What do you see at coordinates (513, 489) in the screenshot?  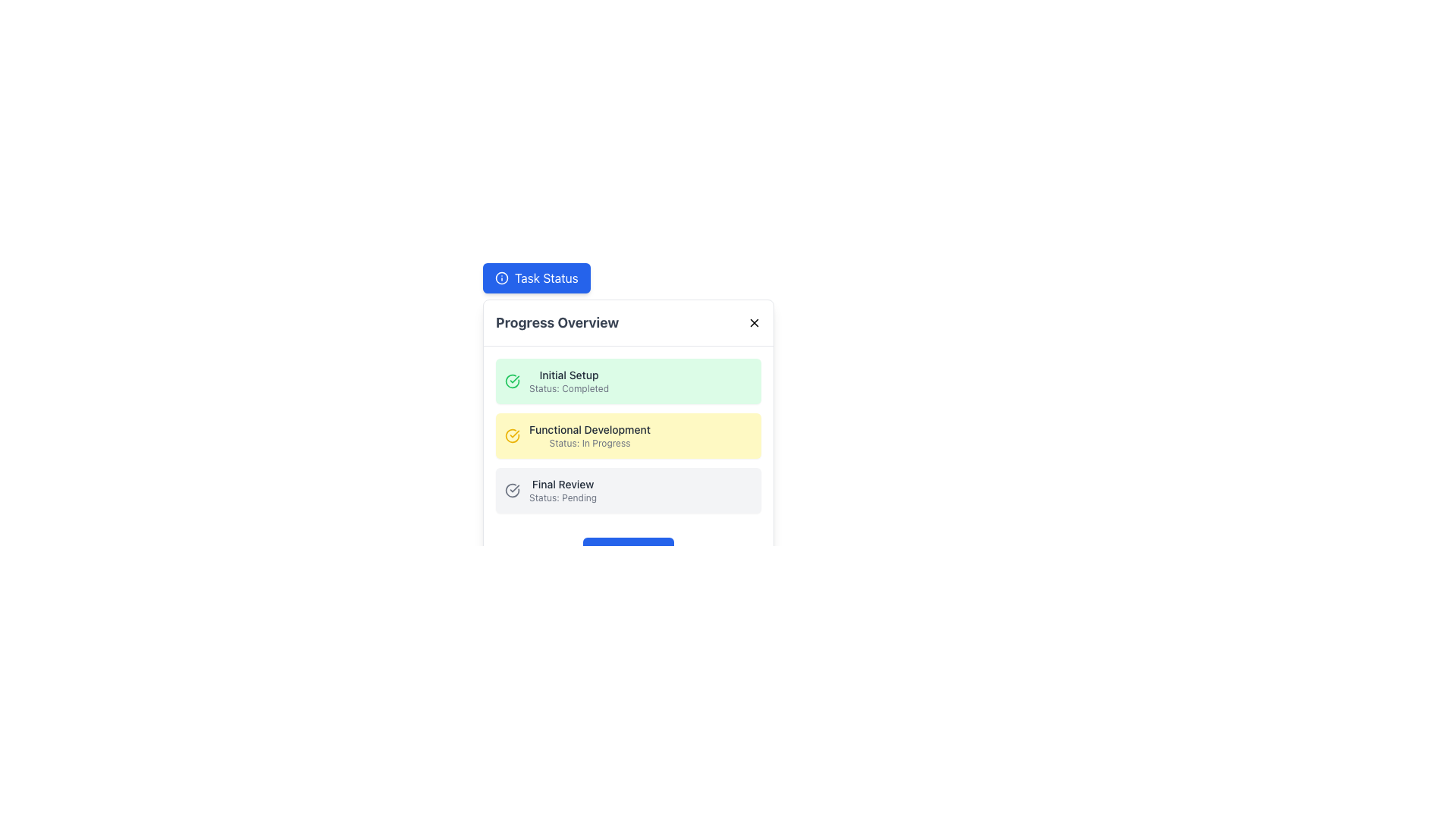 I see `the circular segment of the checkmark icon within the outlined circle in the third section of the 'Progress Overview' modal, aligned with the 'Final Review' label` at bounding box center [513, 489].